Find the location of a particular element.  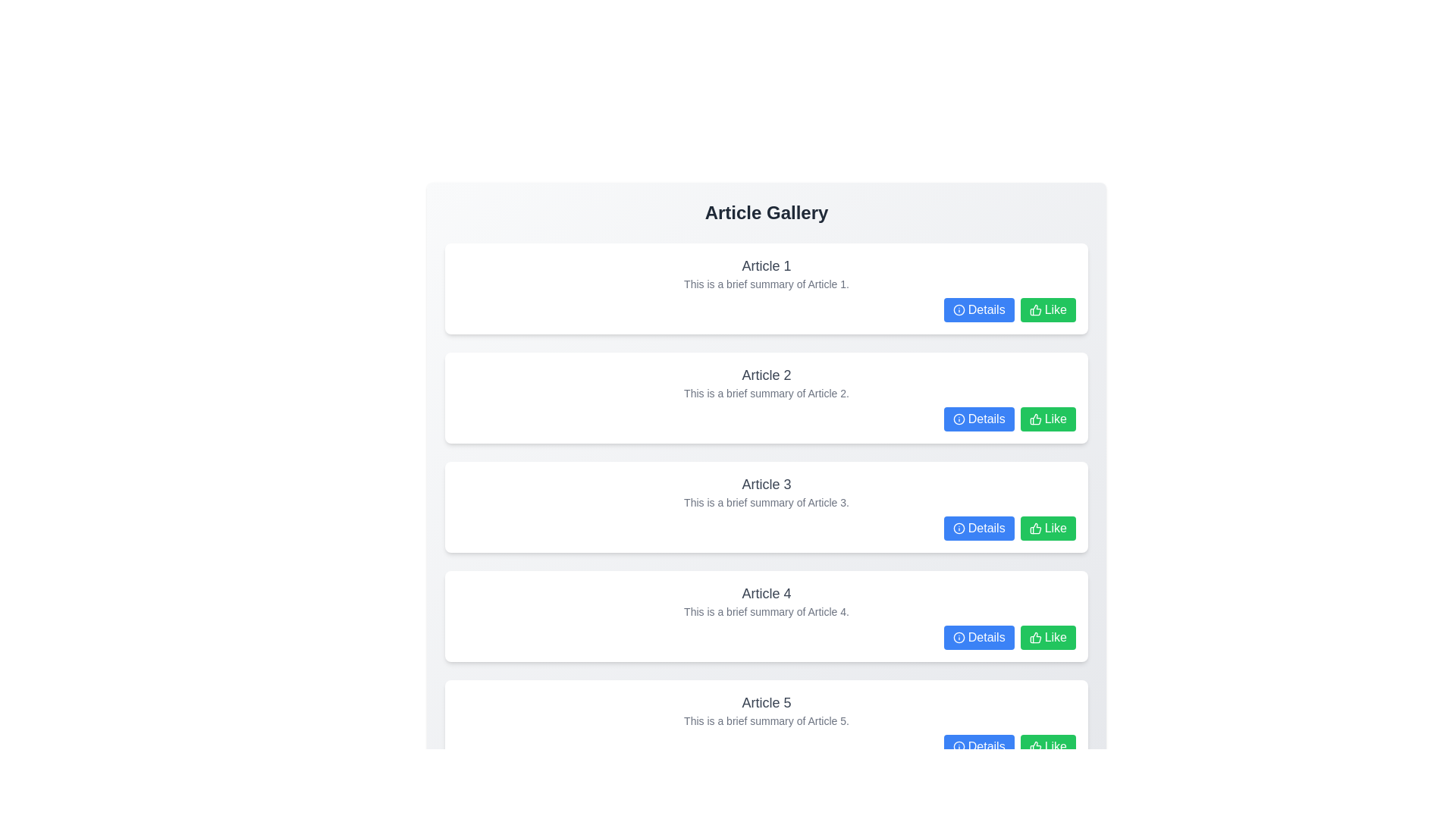

the thumbs-up icon within the 'Like' button to like the article is located at coordinates (1034, 637).